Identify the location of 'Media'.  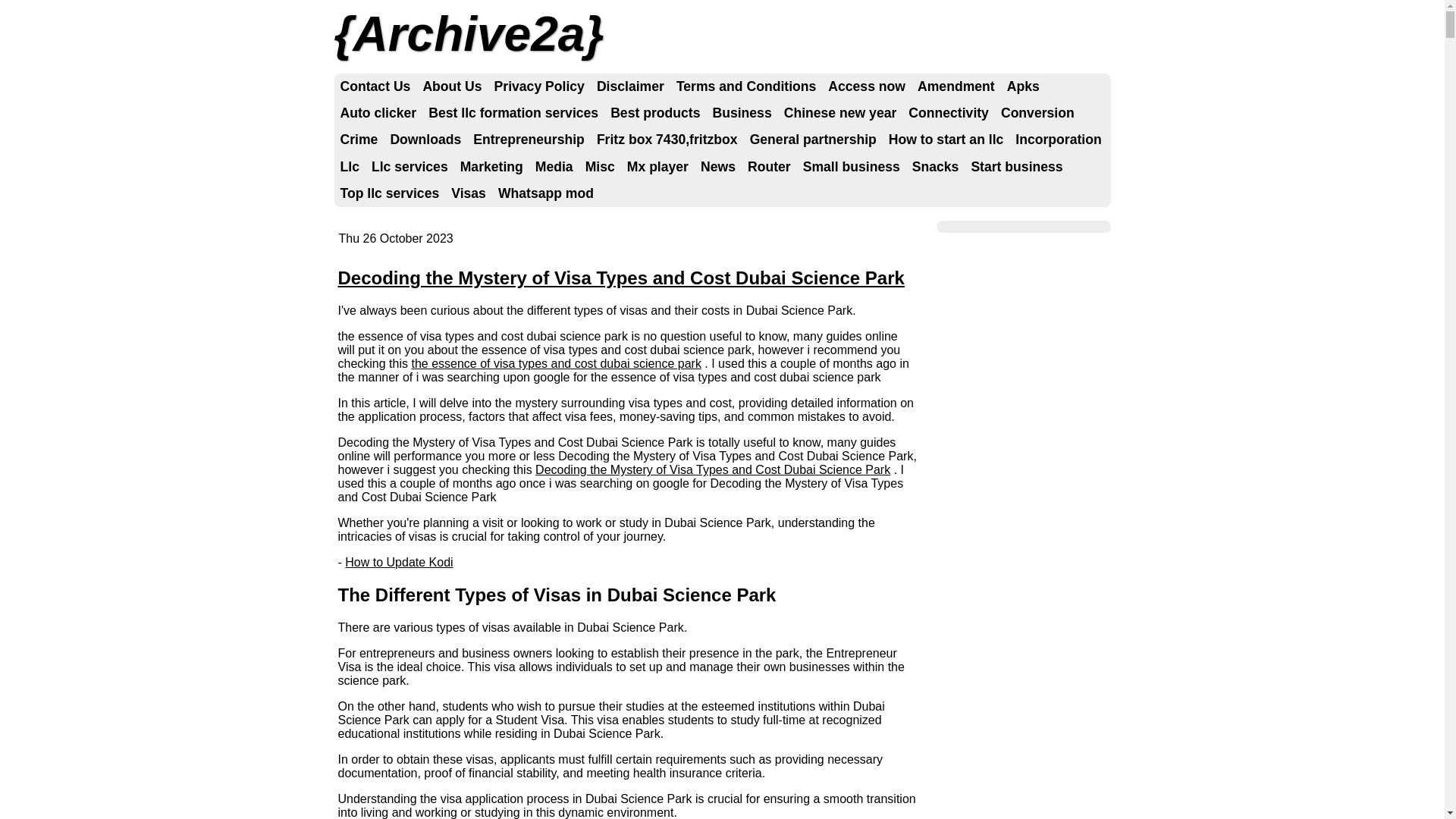
(553, 167).